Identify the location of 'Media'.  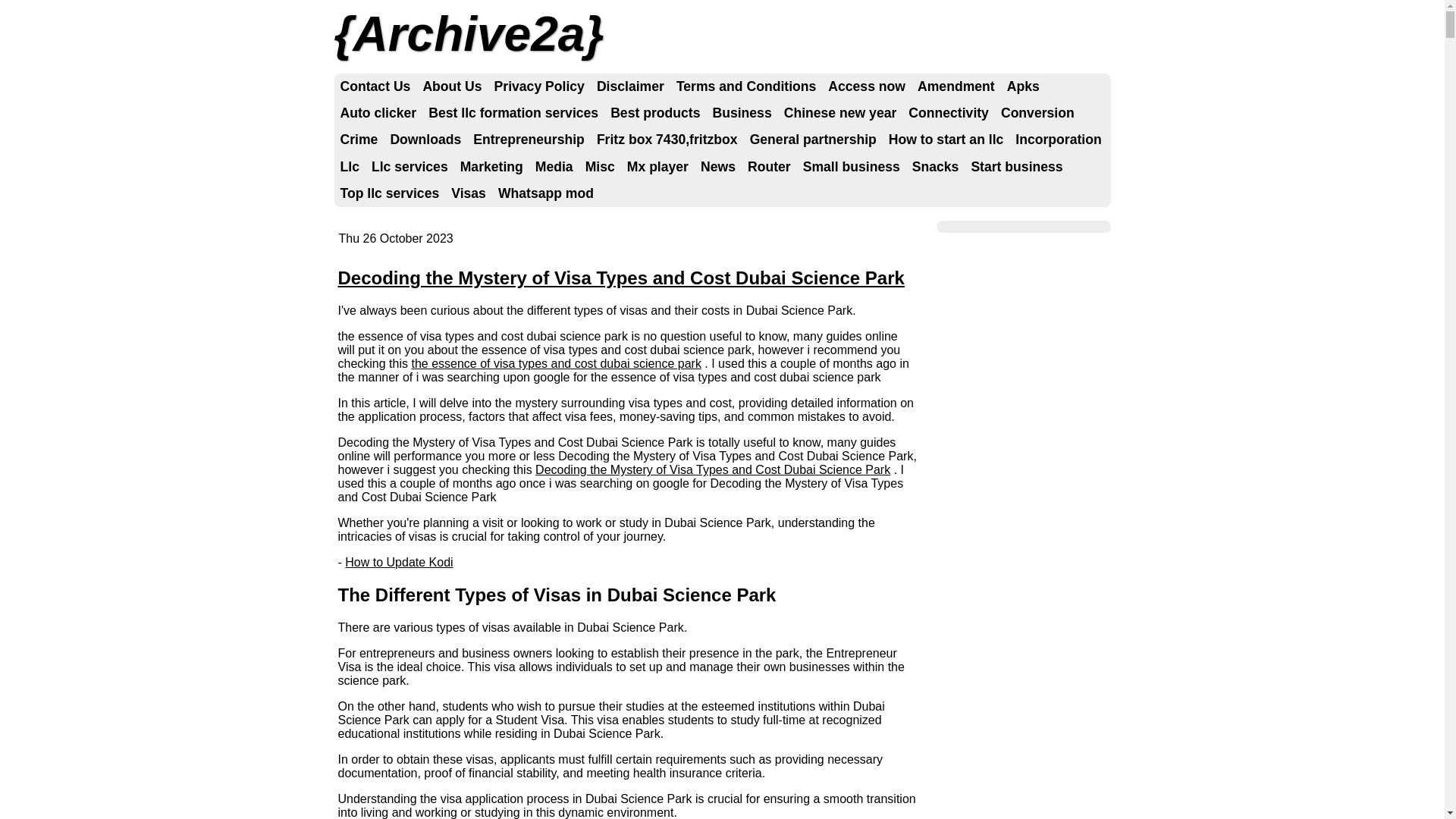
(553, 167).